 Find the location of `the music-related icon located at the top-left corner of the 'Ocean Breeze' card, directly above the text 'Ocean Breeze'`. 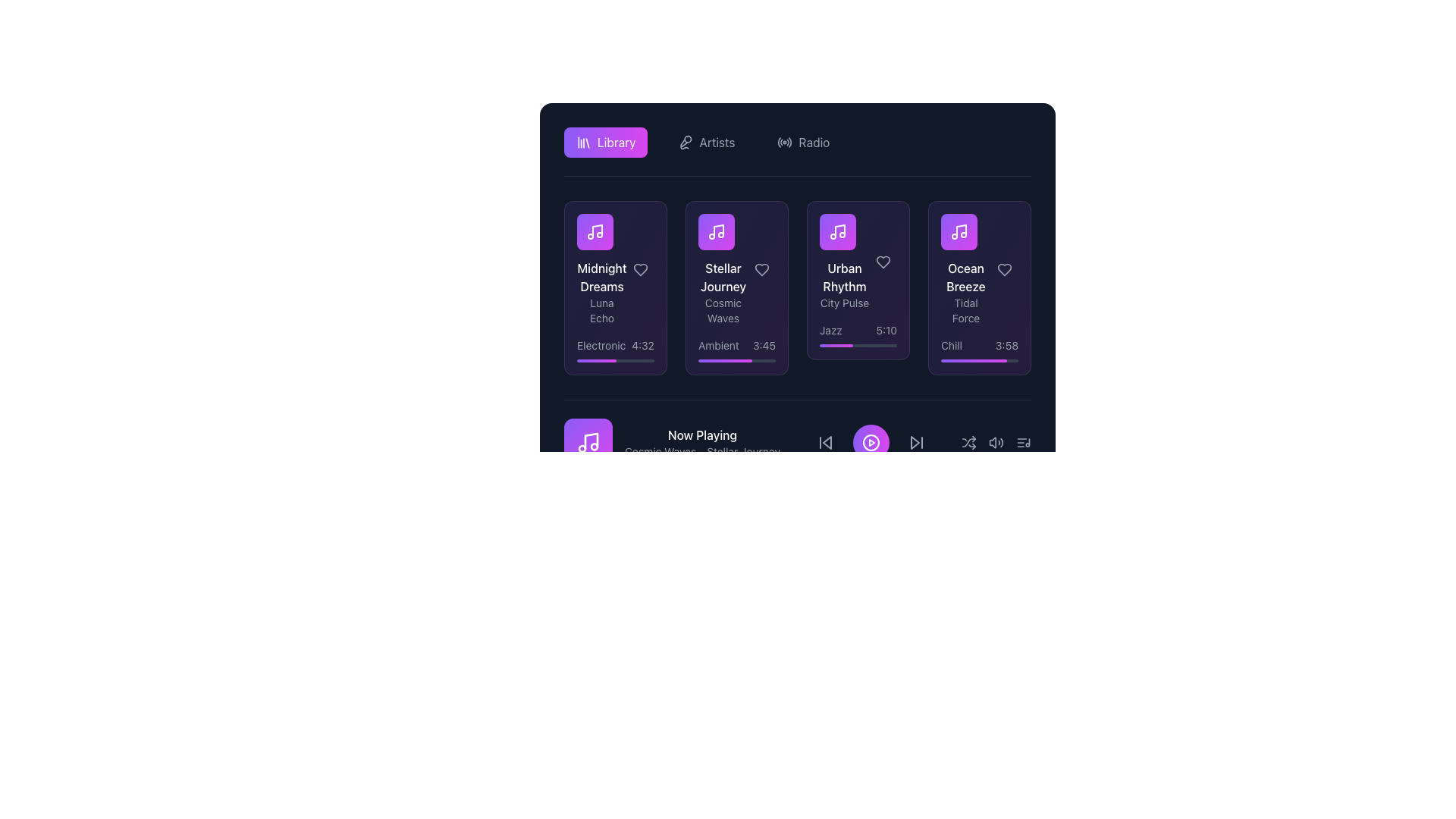

the music-related icon located at the top-left corner of the 'Ocean Breeze' card, directly above the text 'Ocean Breeze' is located at coordinates (959, 231).